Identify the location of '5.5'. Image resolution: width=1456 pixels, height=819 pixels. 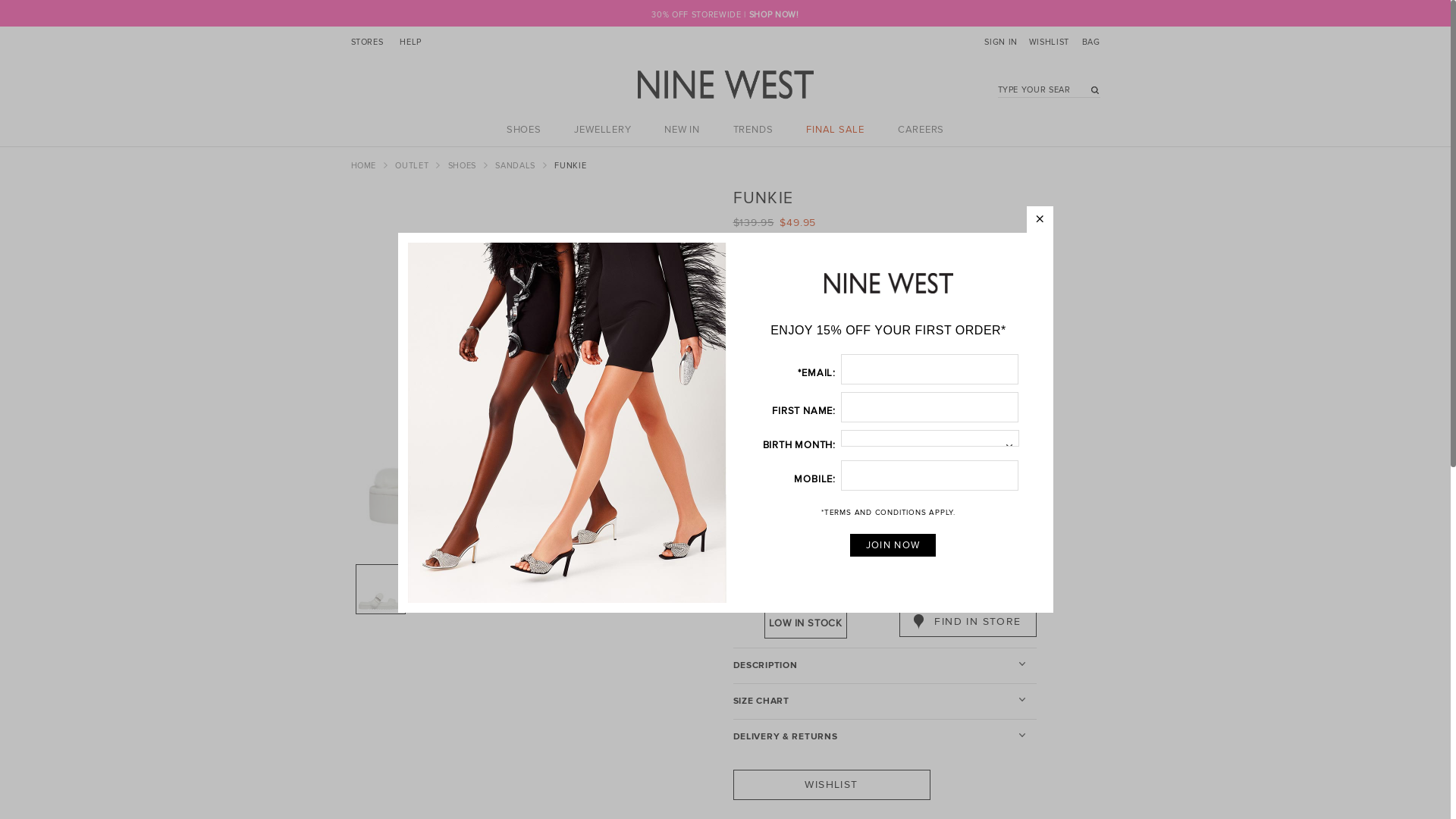
(821, 371).